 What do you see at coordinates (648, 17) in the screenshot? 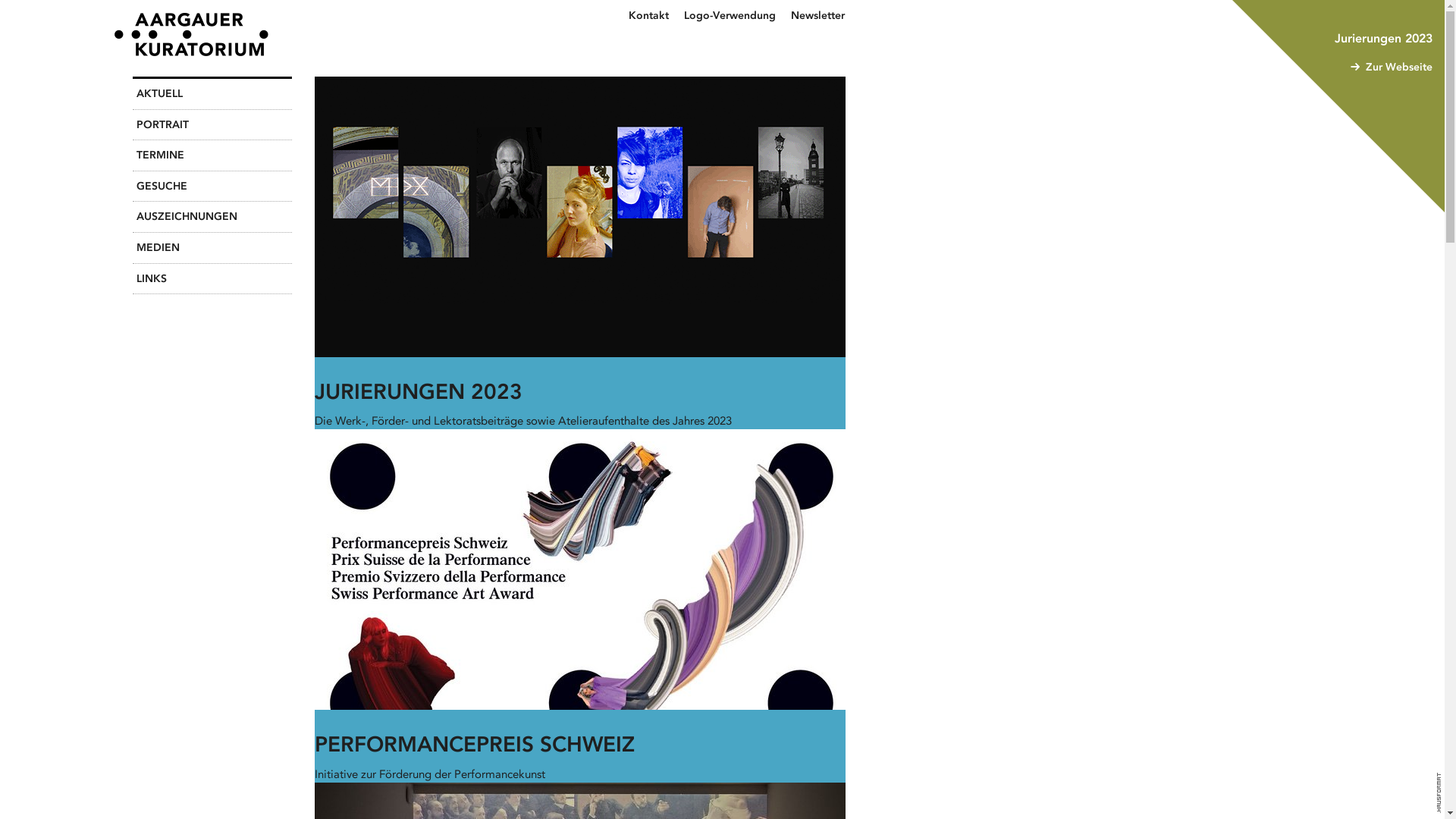
I see `'Kontakt'` at bounding box center [648, 17].